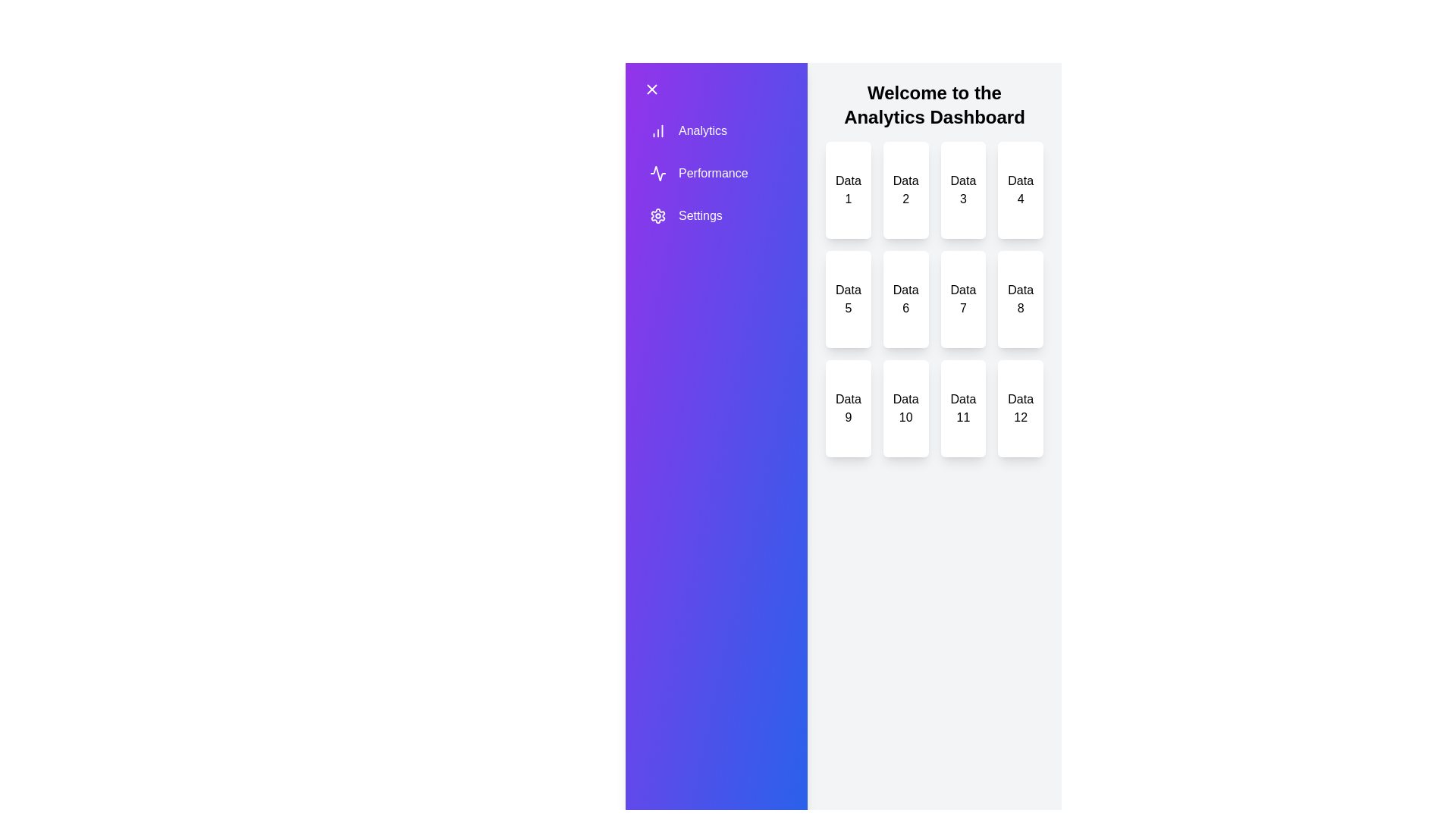  Describe the element at coordinates (698, 216) in the screenshot. I see `the drawer item labeled Settings to trigger its hover effect` at that location.